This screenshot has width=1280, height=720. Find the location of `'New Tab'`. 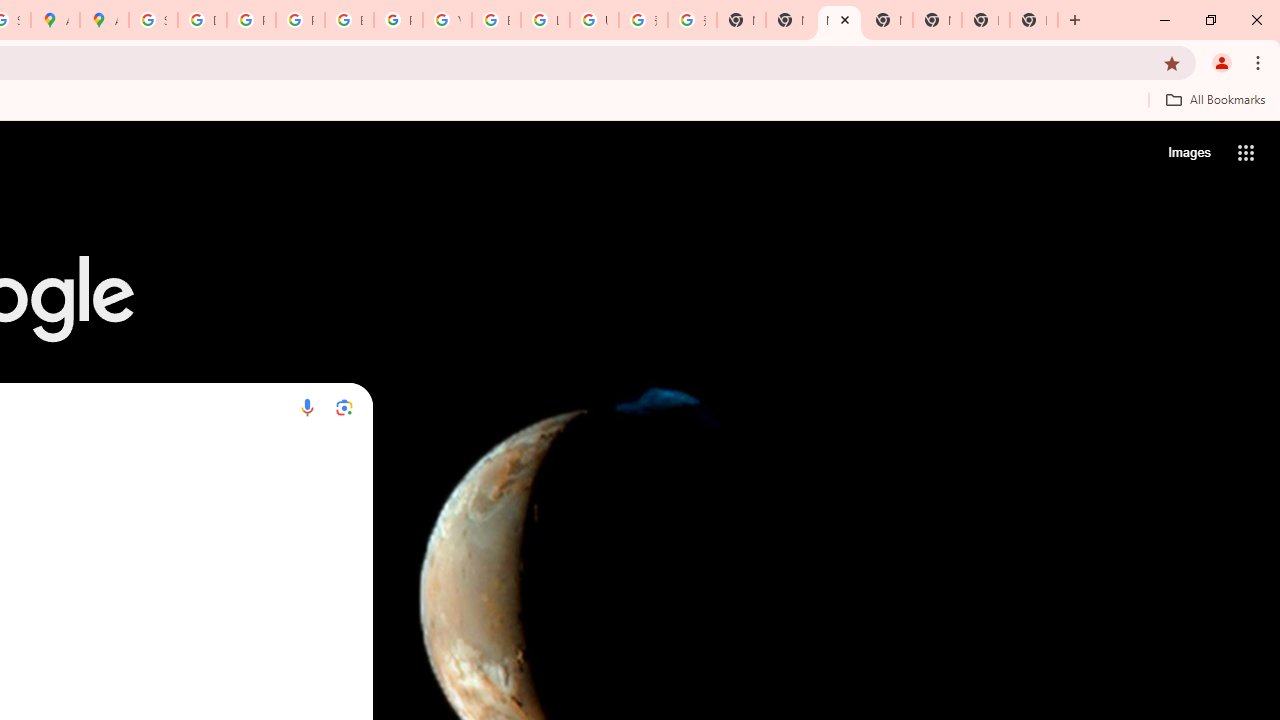

'New Tab' is located at coordinates (887, 20).